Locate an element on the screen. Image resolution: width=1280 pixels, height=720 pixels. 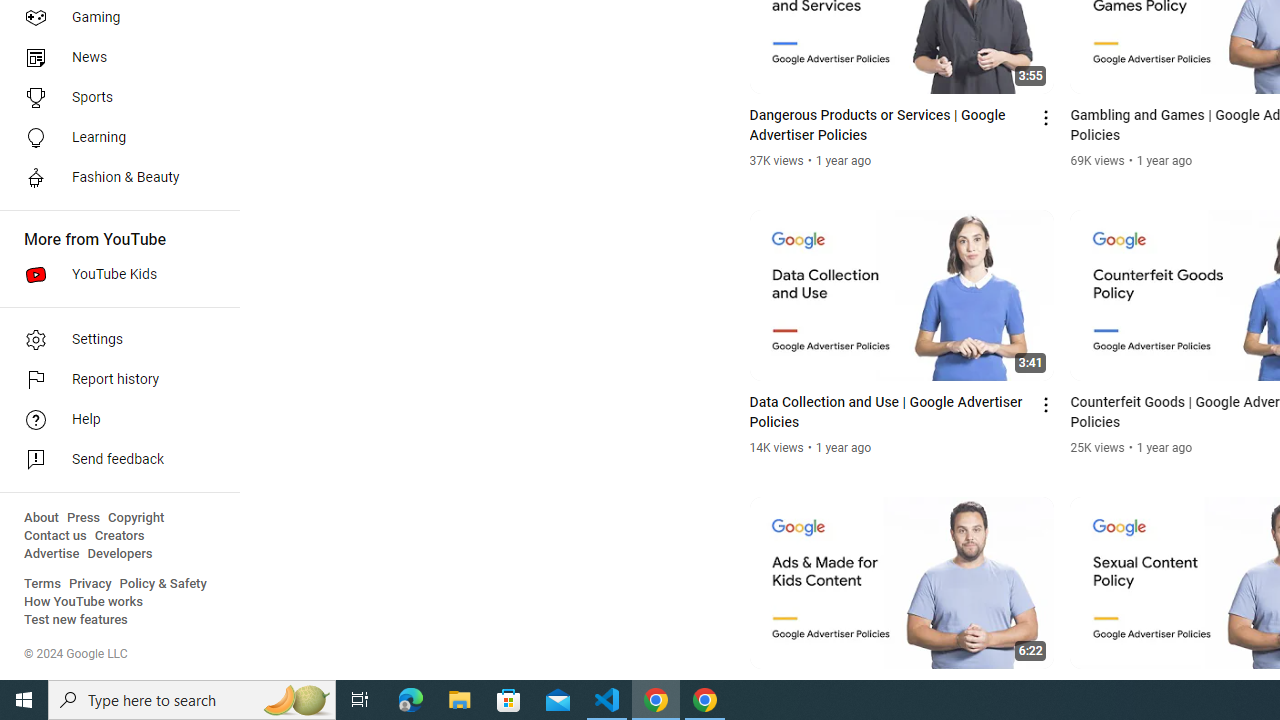
'Help' is located at coordinates (112, 419).